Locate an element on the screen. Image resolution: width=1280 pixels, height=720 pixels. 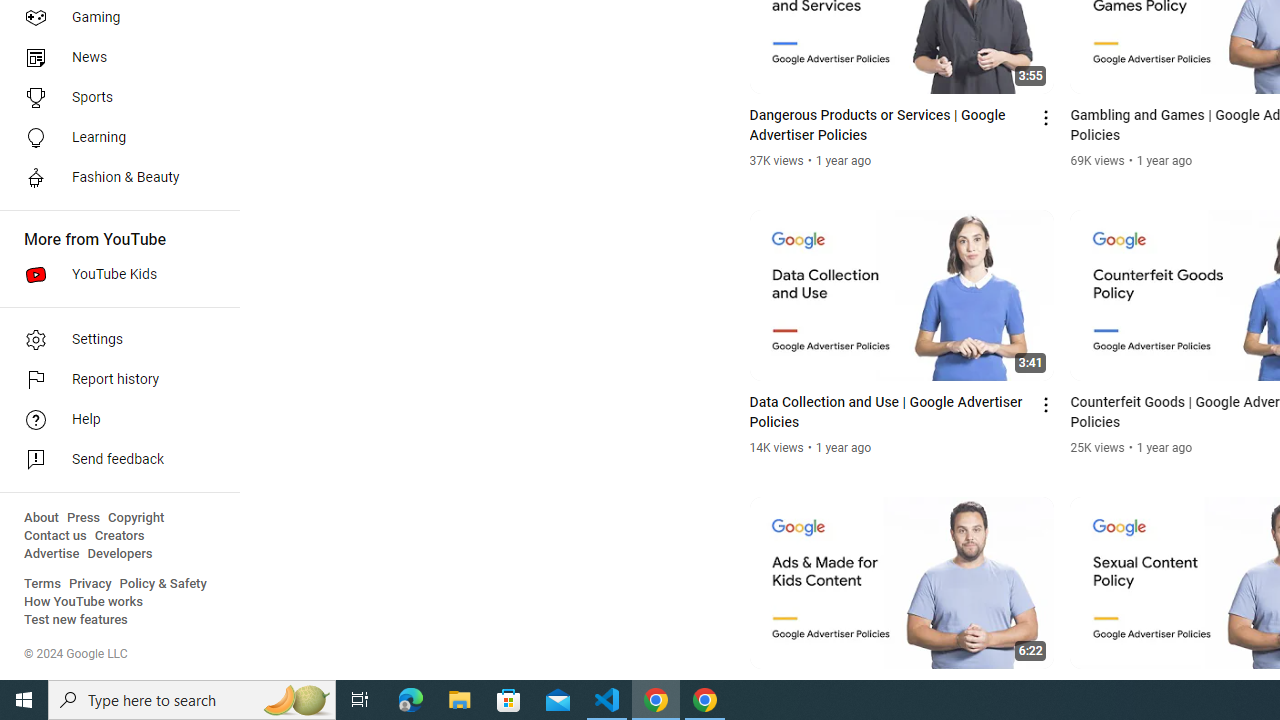
'Help' is located at coordinates (112, 419).